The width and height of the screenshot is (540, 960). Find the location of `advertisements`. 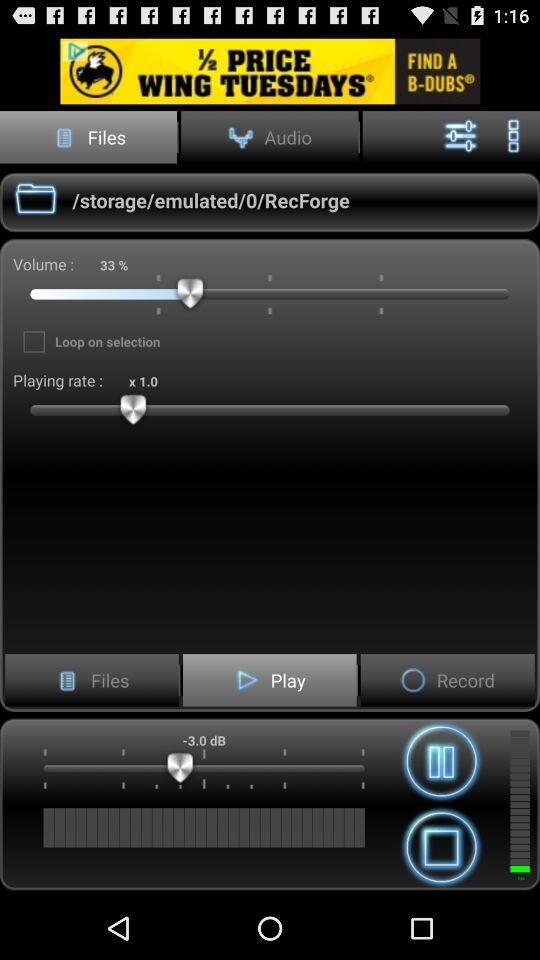

advertisements is located at coordinates (270, 71).